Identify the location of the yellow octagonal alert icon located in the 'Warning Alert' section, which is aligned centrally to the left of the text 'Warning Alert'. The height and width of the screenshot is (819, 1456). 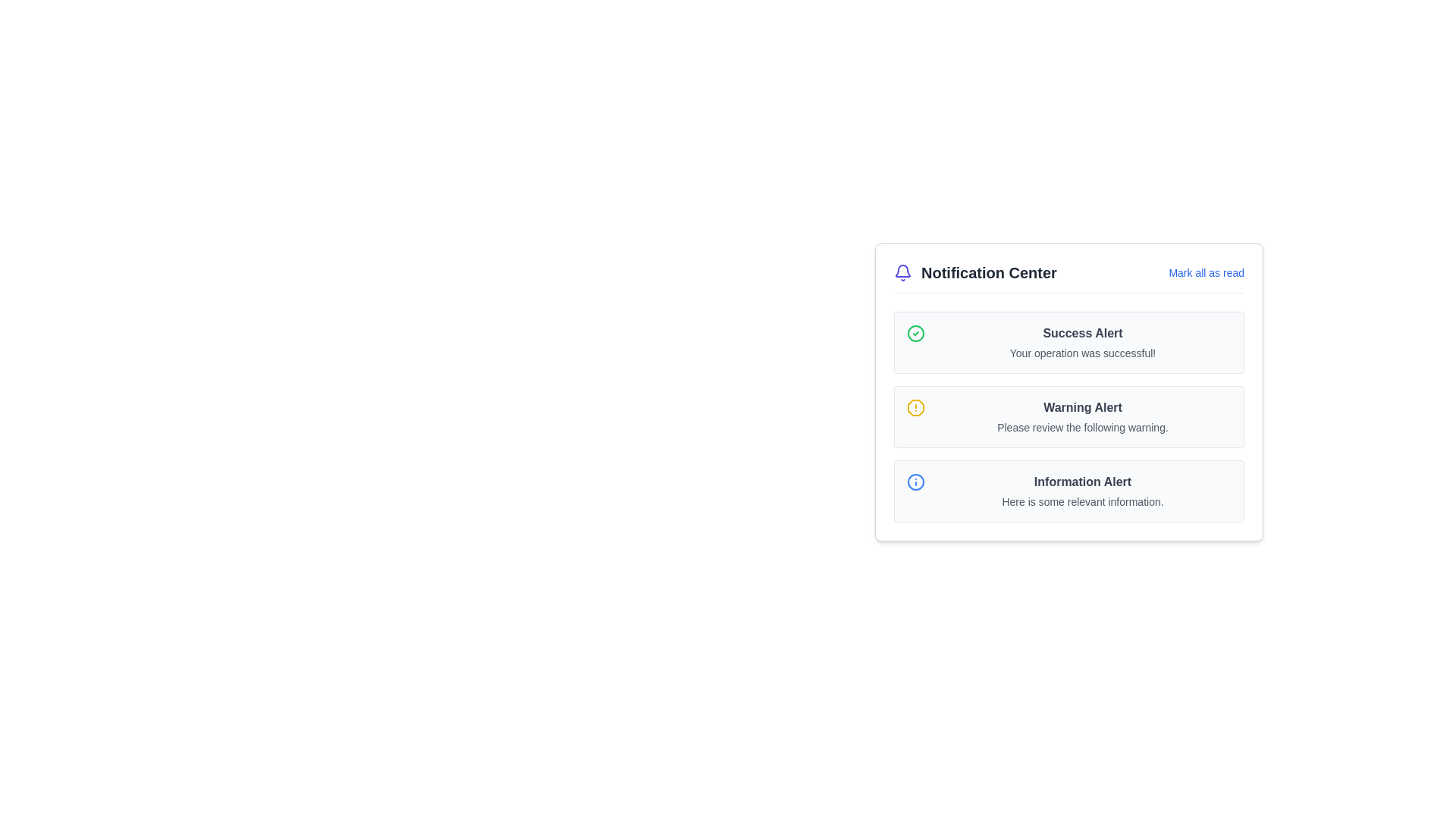
(915, 406).